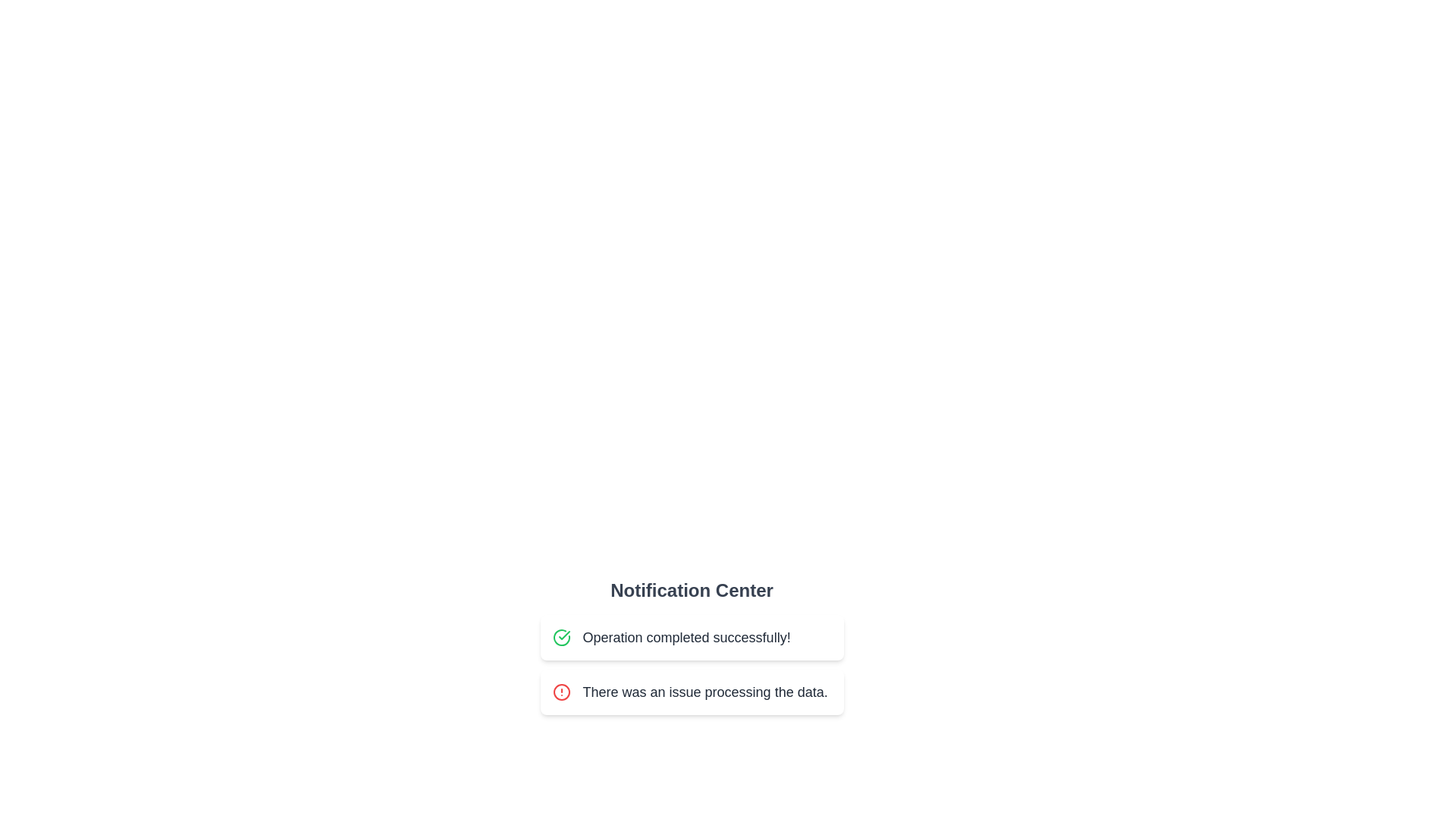  Describe the element at coordinates (560, 692) in the screenshot. I see `the warning icon located within the notification box that indicates an issue processing the data` at that location.